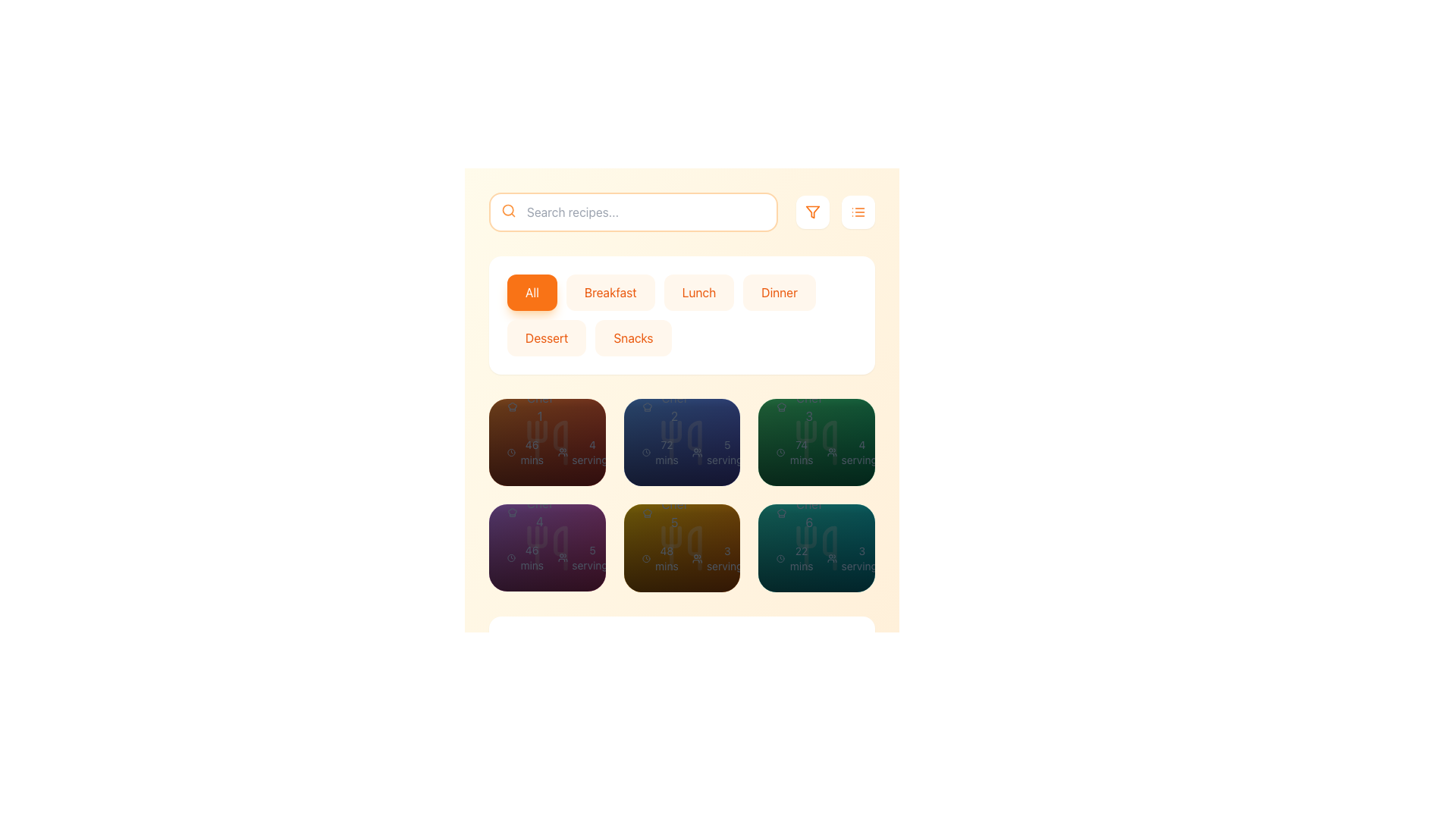  I want to click on the Triangle icon (SVG graphic) located in the navigation bar, to the right of the search bar, to activate the filter function, so click(811, 212).